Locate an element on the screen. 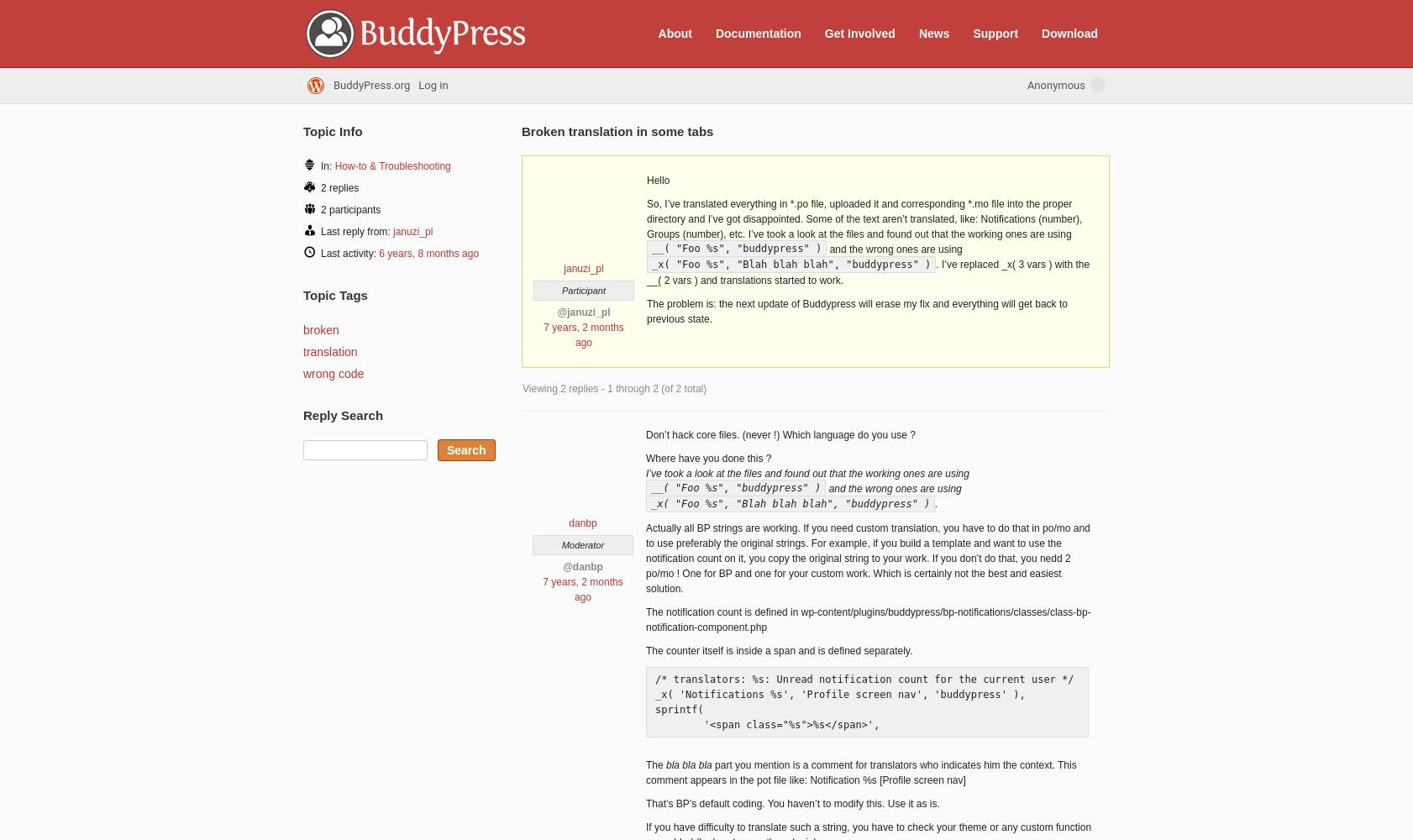 The width and height of the screenshot is (1413, 840). 'So, I’ve translated everything in *.po file, uploaded it and corresponding *.mo file into the proper directory and I’ve got disappointed. Some of the text aren’t translated, like: Notifications (number), Groups (number), etc. I’ve took a look at the files and found out that the working ones are using' is located at coordinates (864, 219).